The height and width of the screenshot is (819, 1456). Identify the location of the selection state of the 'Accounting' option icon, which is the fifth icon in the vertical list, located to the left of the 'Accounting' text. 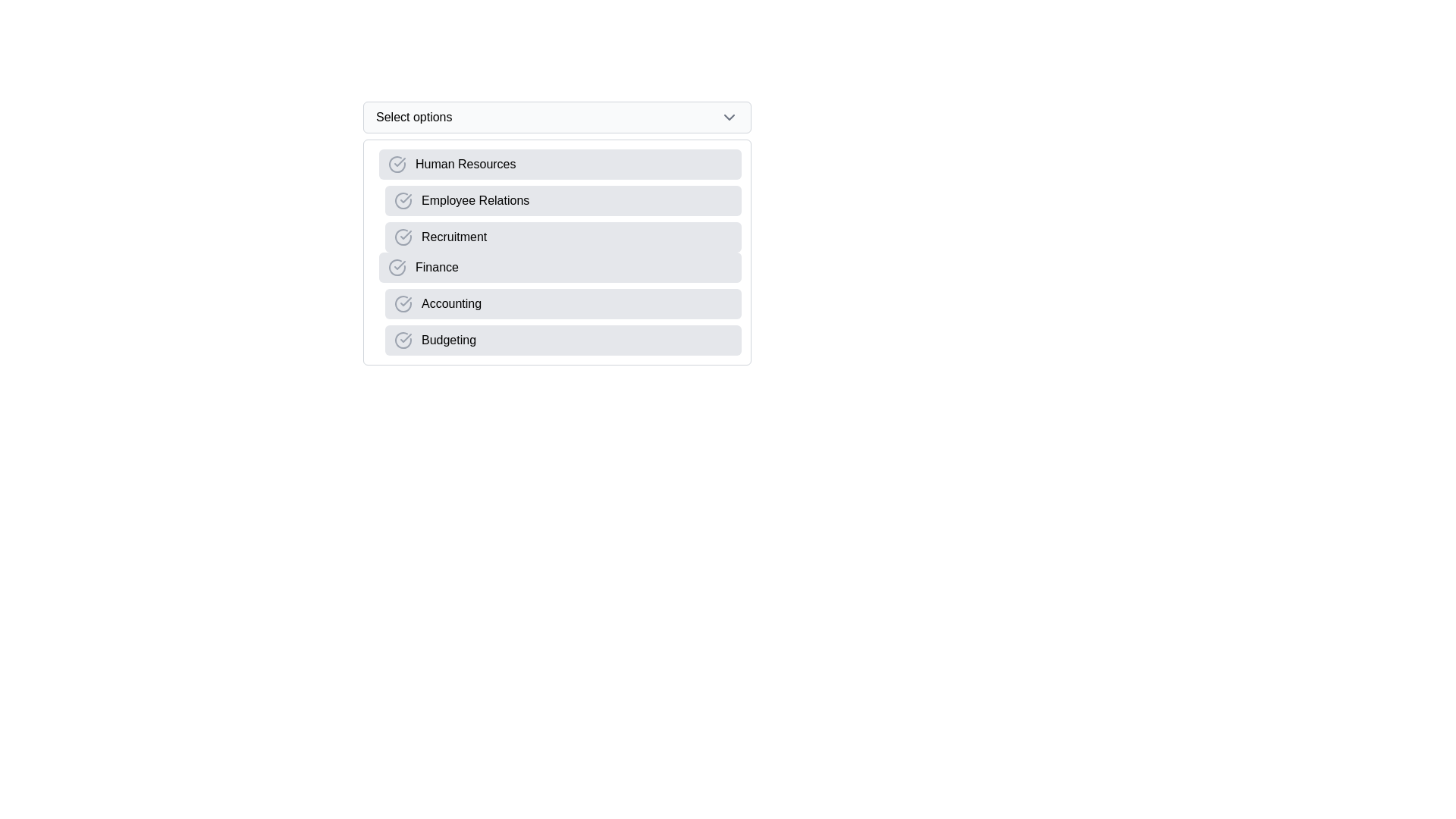
(403, 304).